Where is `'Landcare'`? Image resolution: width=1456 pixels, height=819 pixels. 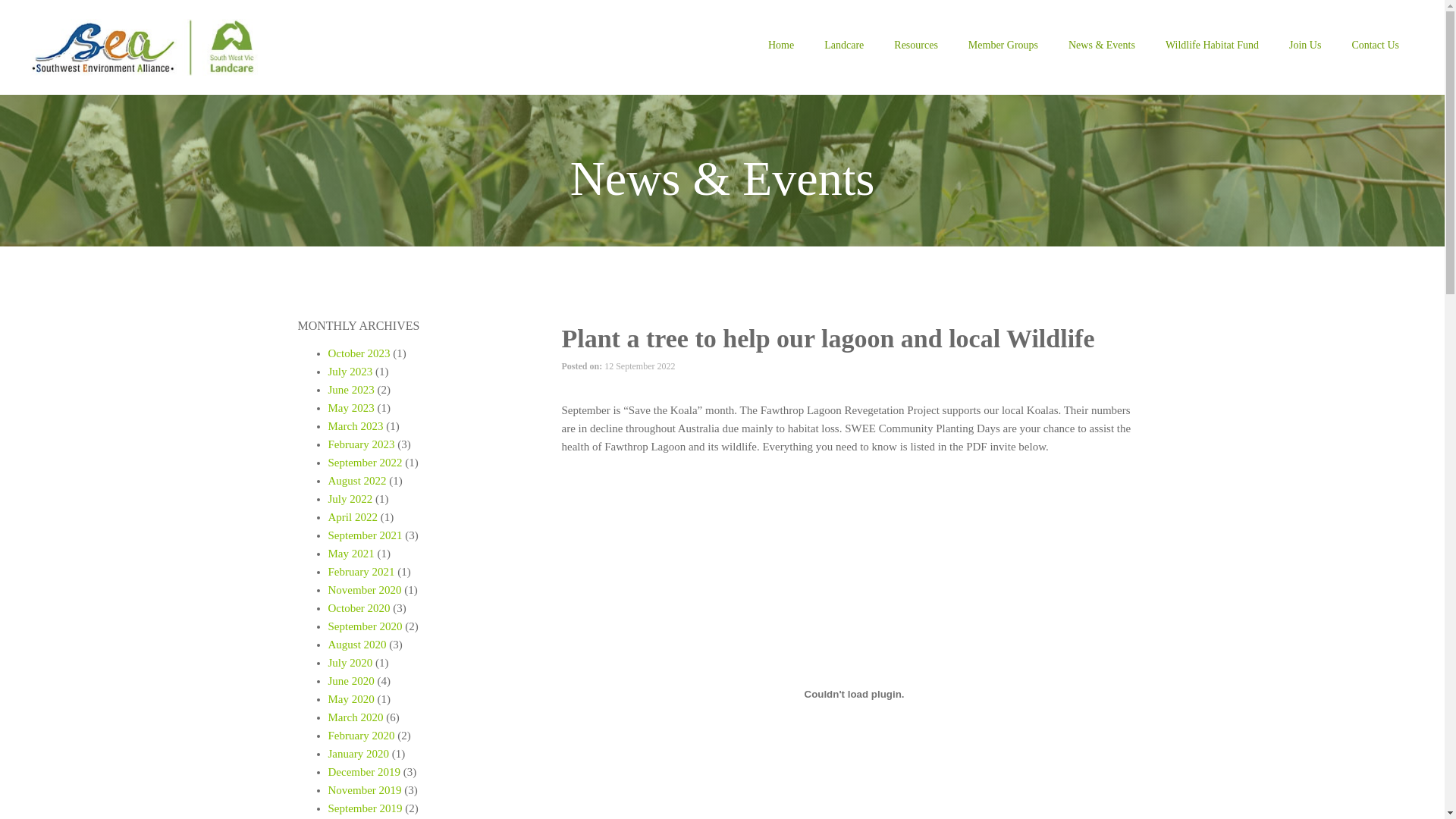 'Landcare' is located at coordinates (808, 46).